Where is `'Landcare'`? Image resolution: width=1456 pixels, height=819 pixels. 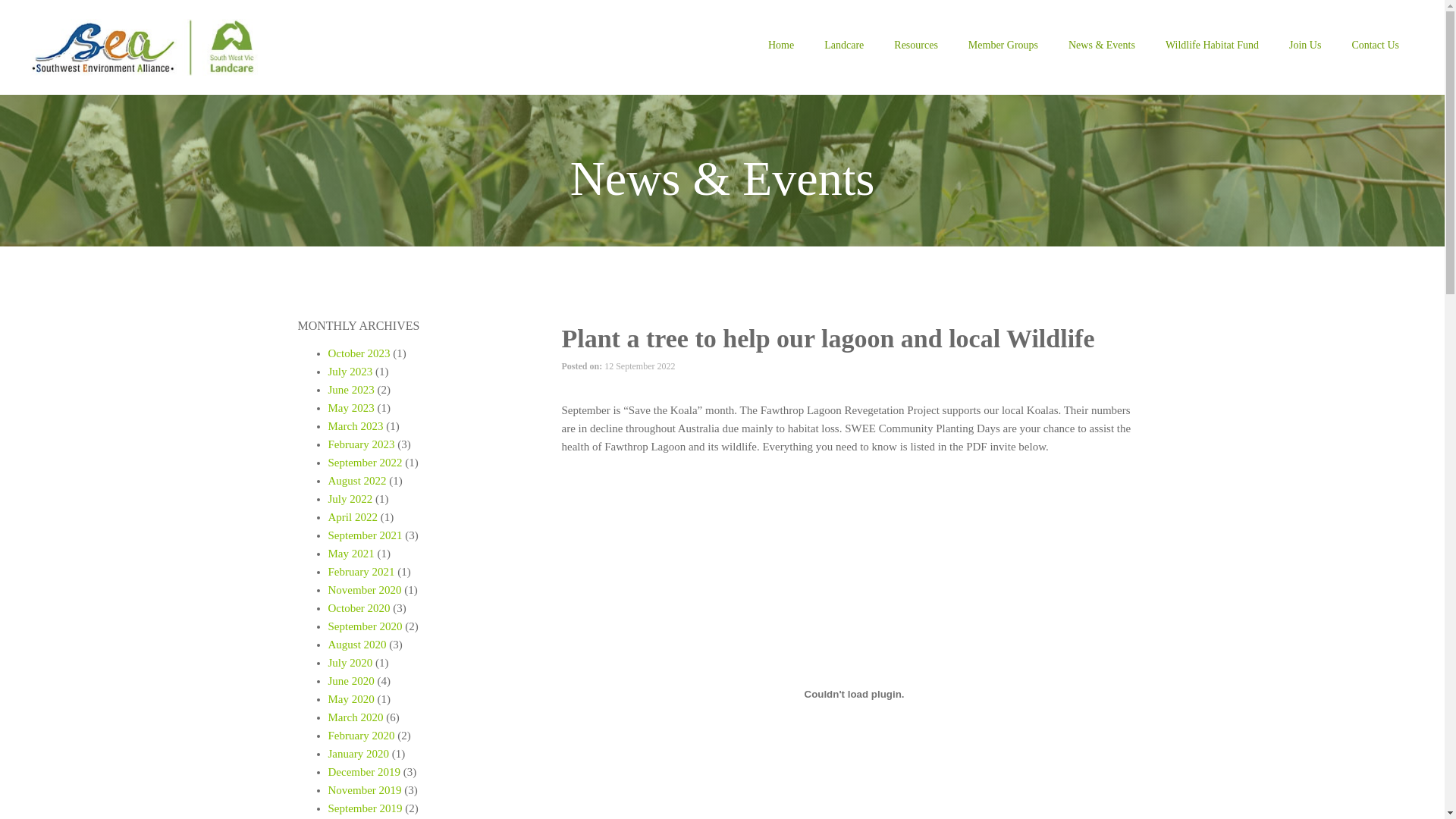 'Landcare' is located at coordinates (808, 46).